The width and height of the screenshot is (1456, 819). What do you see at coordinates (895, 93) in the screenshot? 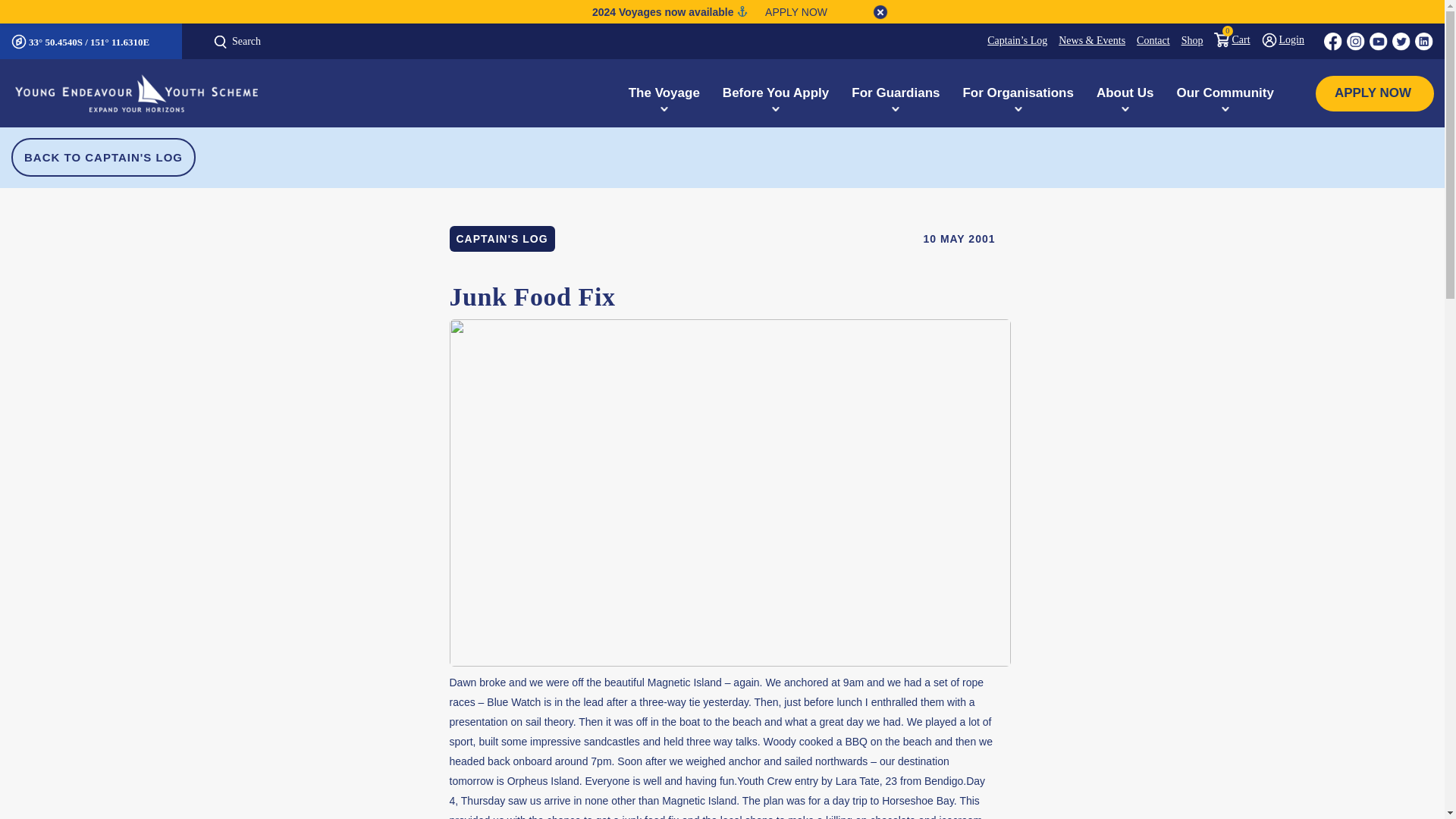
I see `'For Guardians'` at bounding box center [895, 93].